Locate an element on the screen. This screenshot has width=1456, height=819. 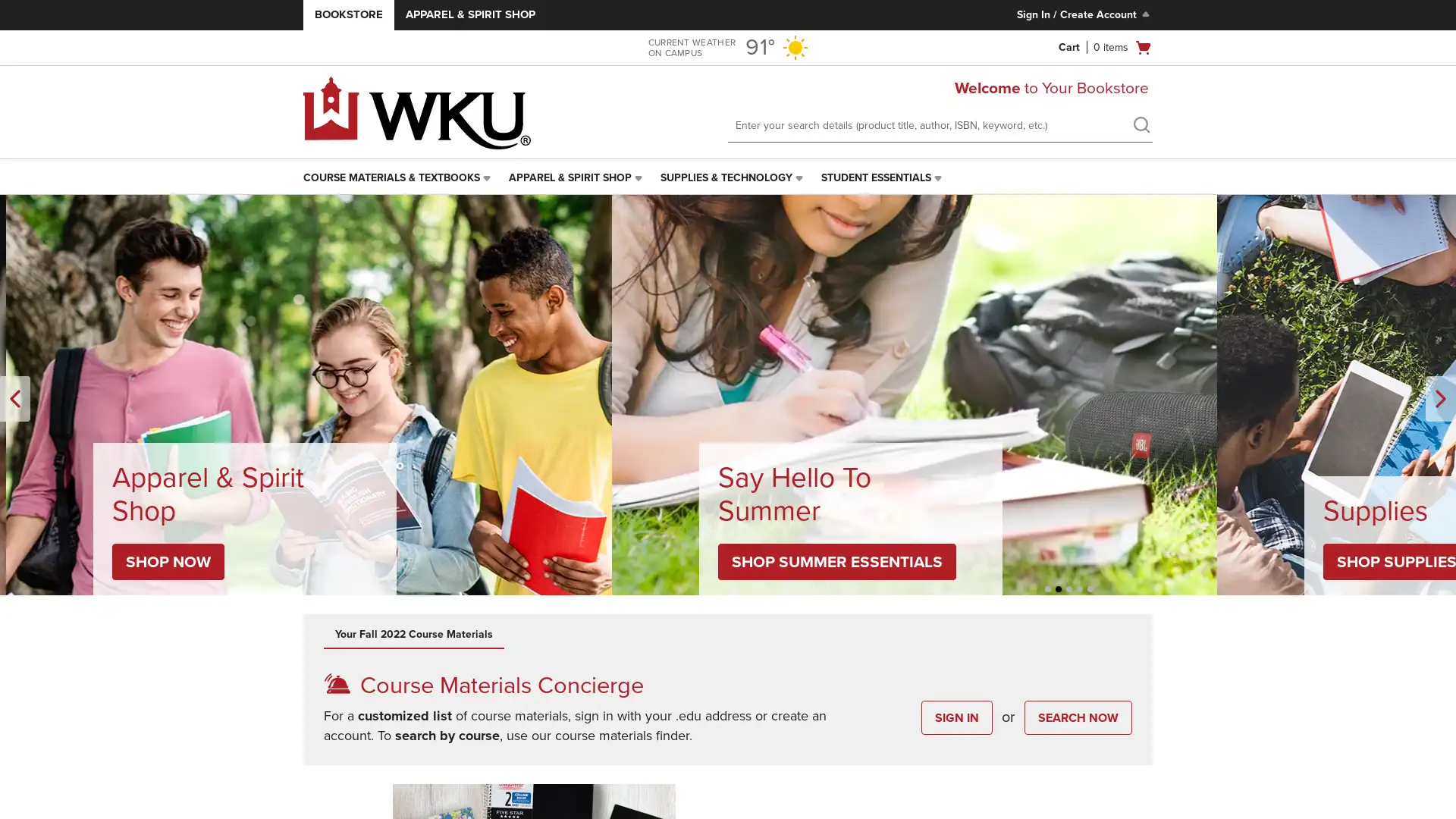
Unselected, Slide 2 is located at coordinates (1058, 588).